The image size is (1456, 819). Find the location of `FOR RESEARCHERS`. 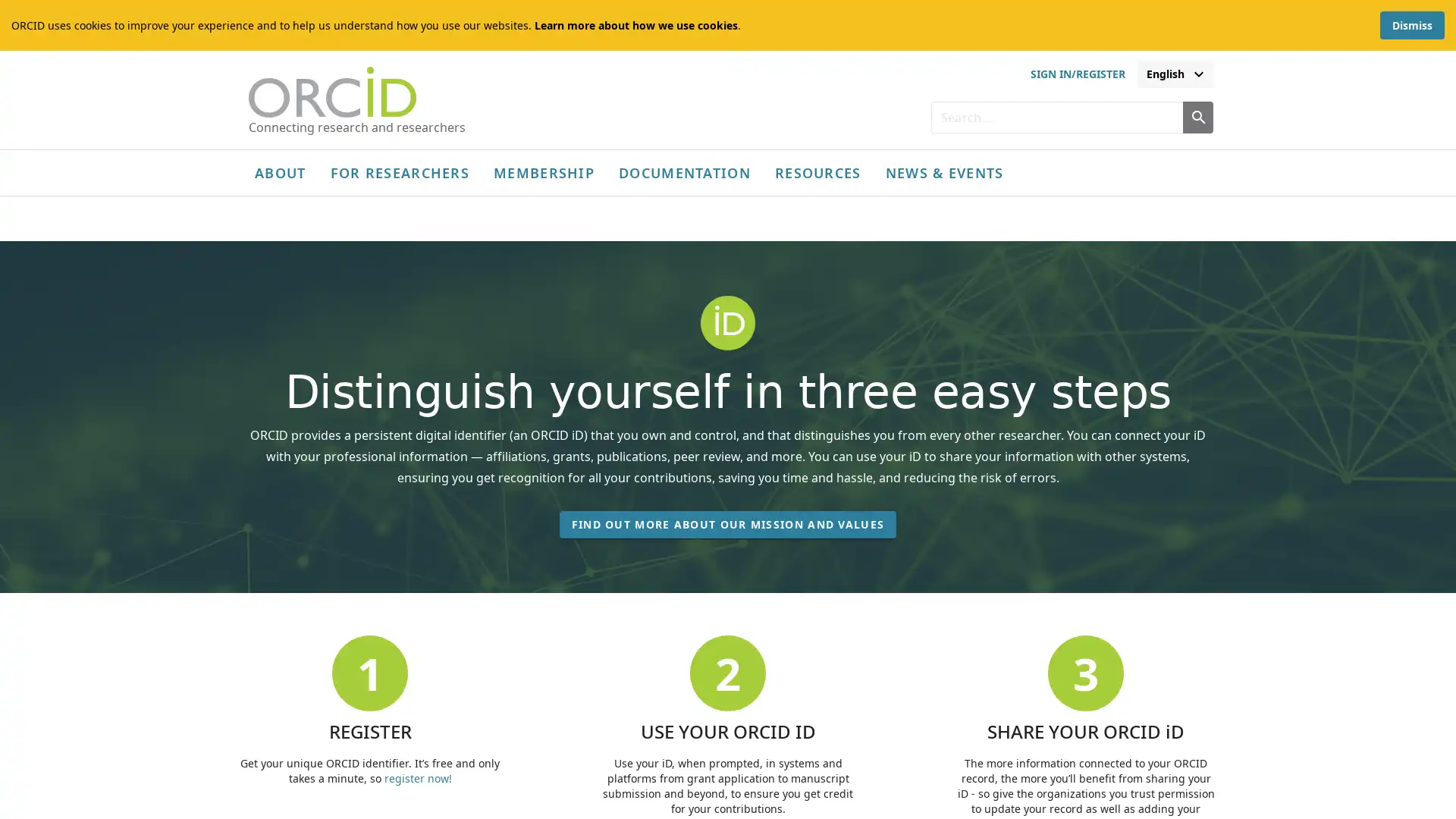

FOR RESEARCHERS is located at coordinates (400, 171).